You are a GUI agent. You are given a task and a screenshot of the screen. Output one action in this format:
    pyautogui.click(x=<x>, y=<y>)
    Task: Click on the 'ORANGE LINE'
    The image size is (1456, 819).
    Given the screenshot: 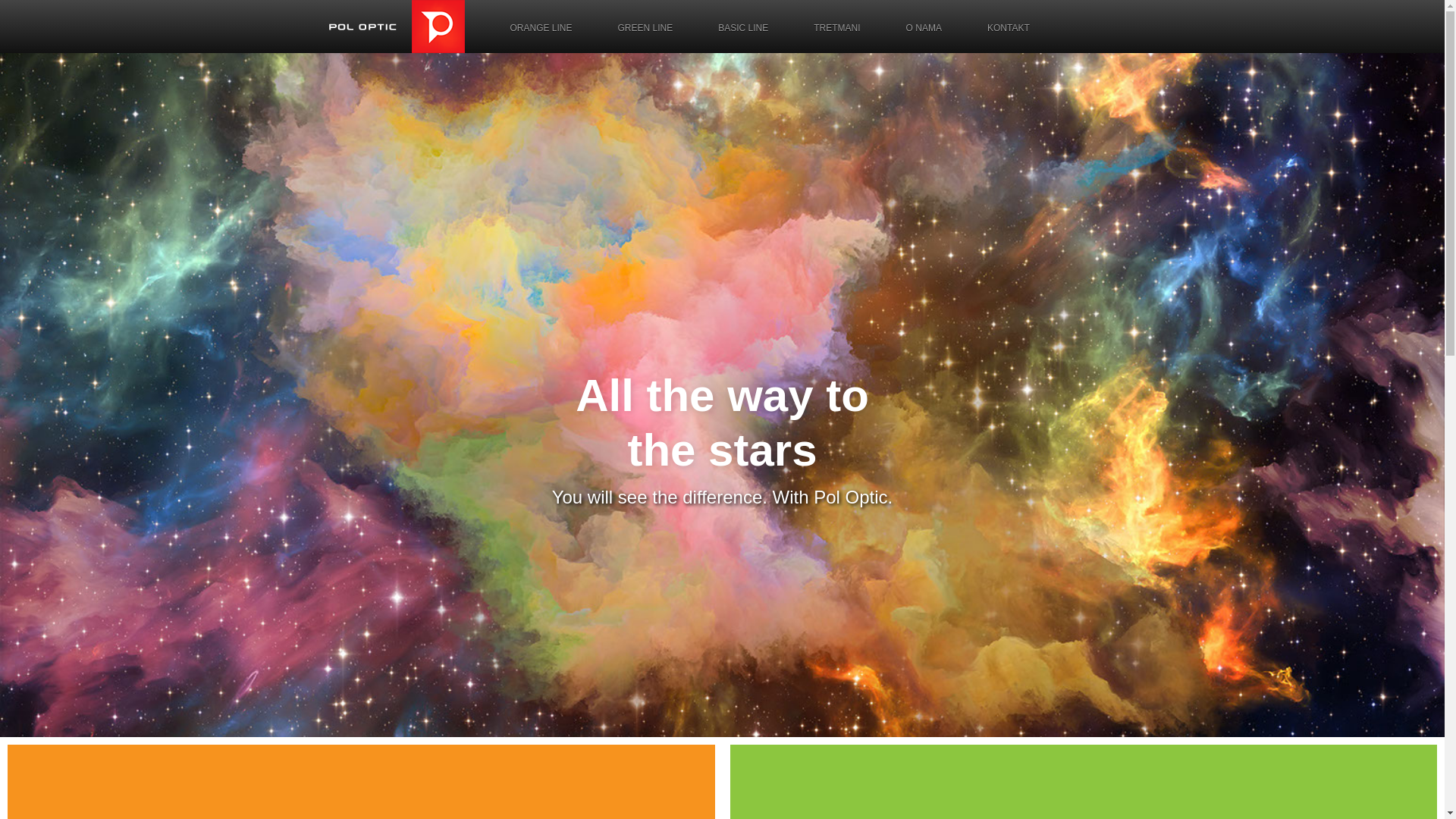 What is the action you would take?
    pyautogui.click(x=541, y=28)
    